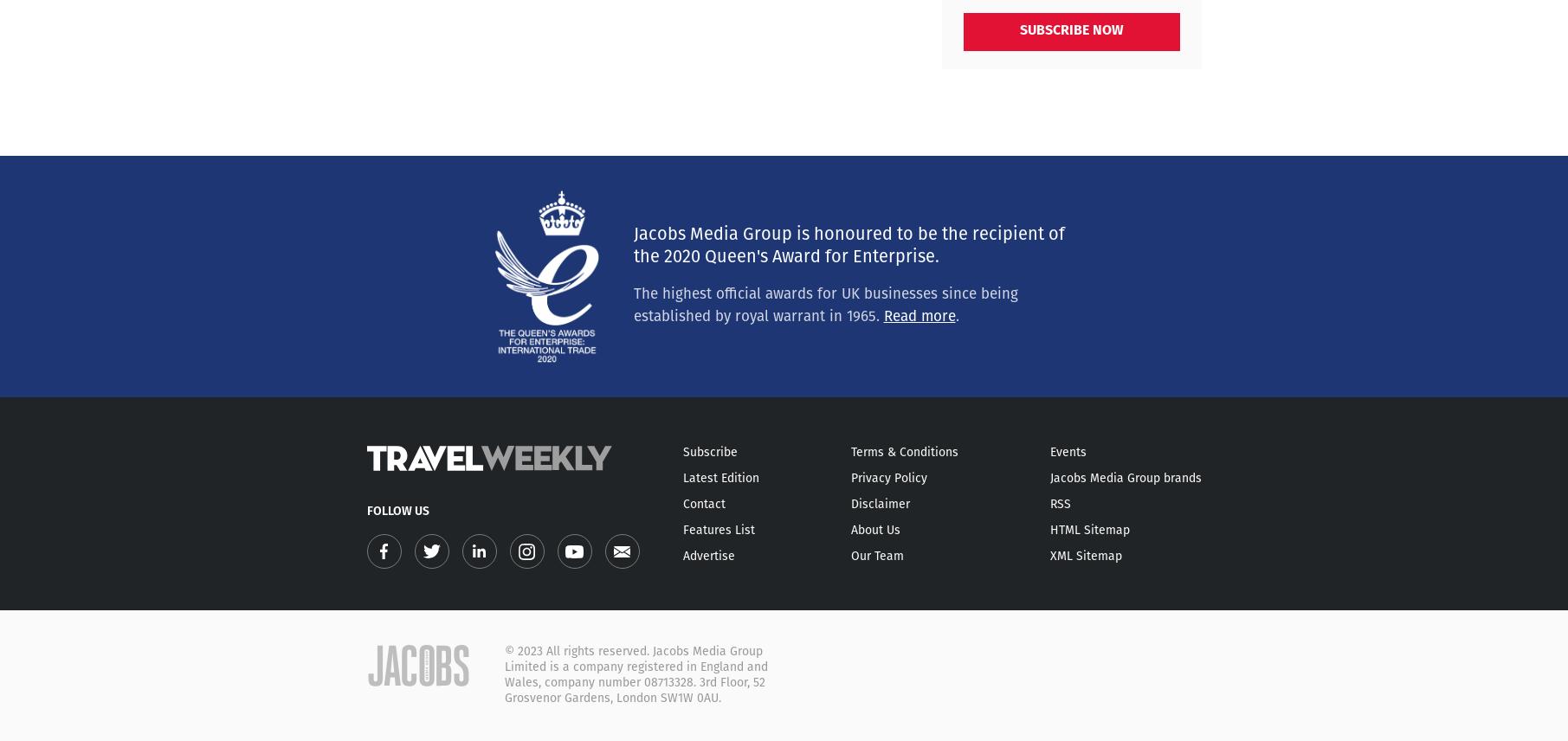  Describe the element at coordinates (919, 317) in the screenshot. I see `'Read more'` at that location.